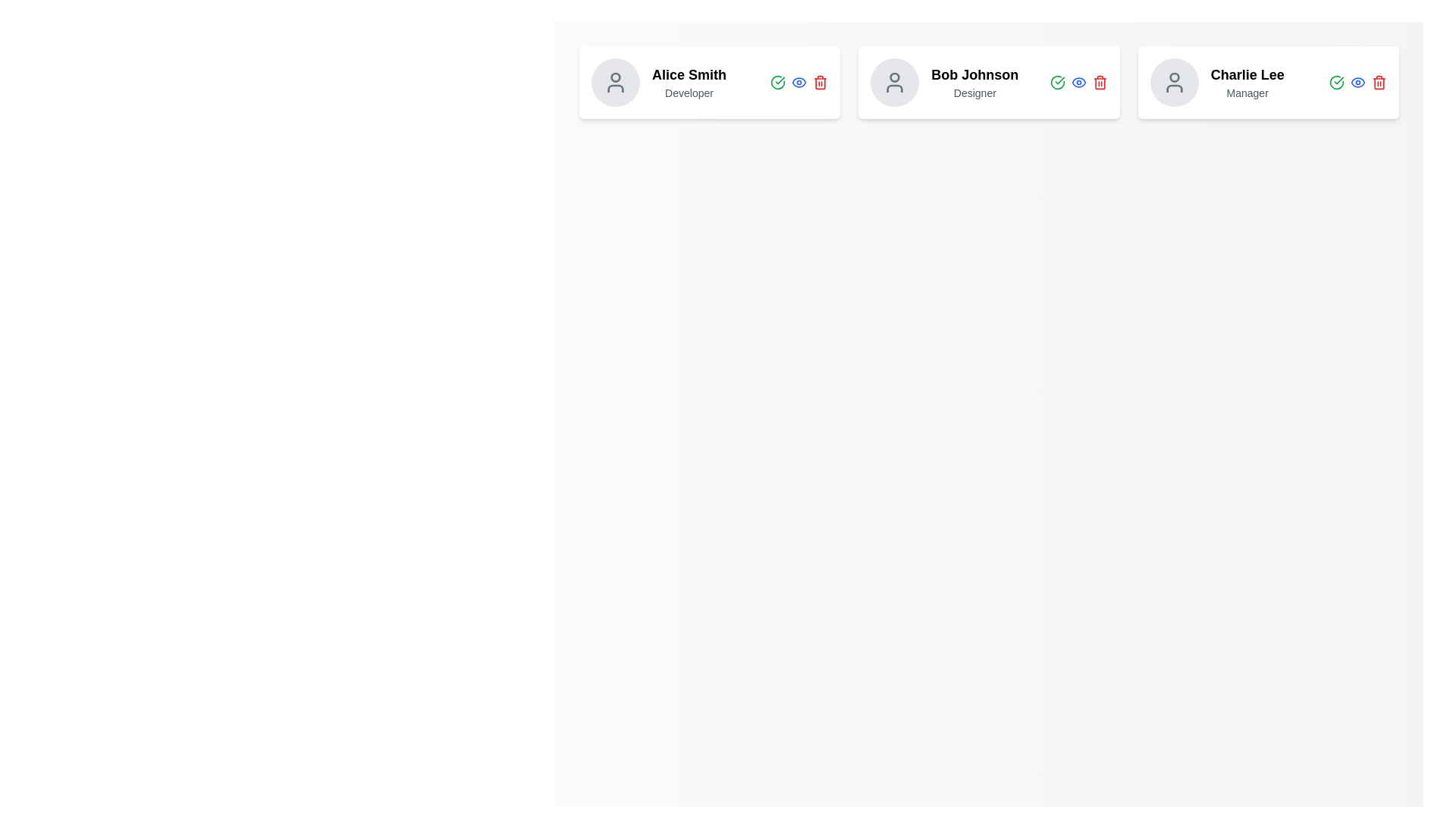 The image size is (1456, 819). Describe the element at coordinates (1100, 82) in the screenshot. I see `the red trash icon button to initiate a delete action for the user 'Bob Johnson'` at that location.